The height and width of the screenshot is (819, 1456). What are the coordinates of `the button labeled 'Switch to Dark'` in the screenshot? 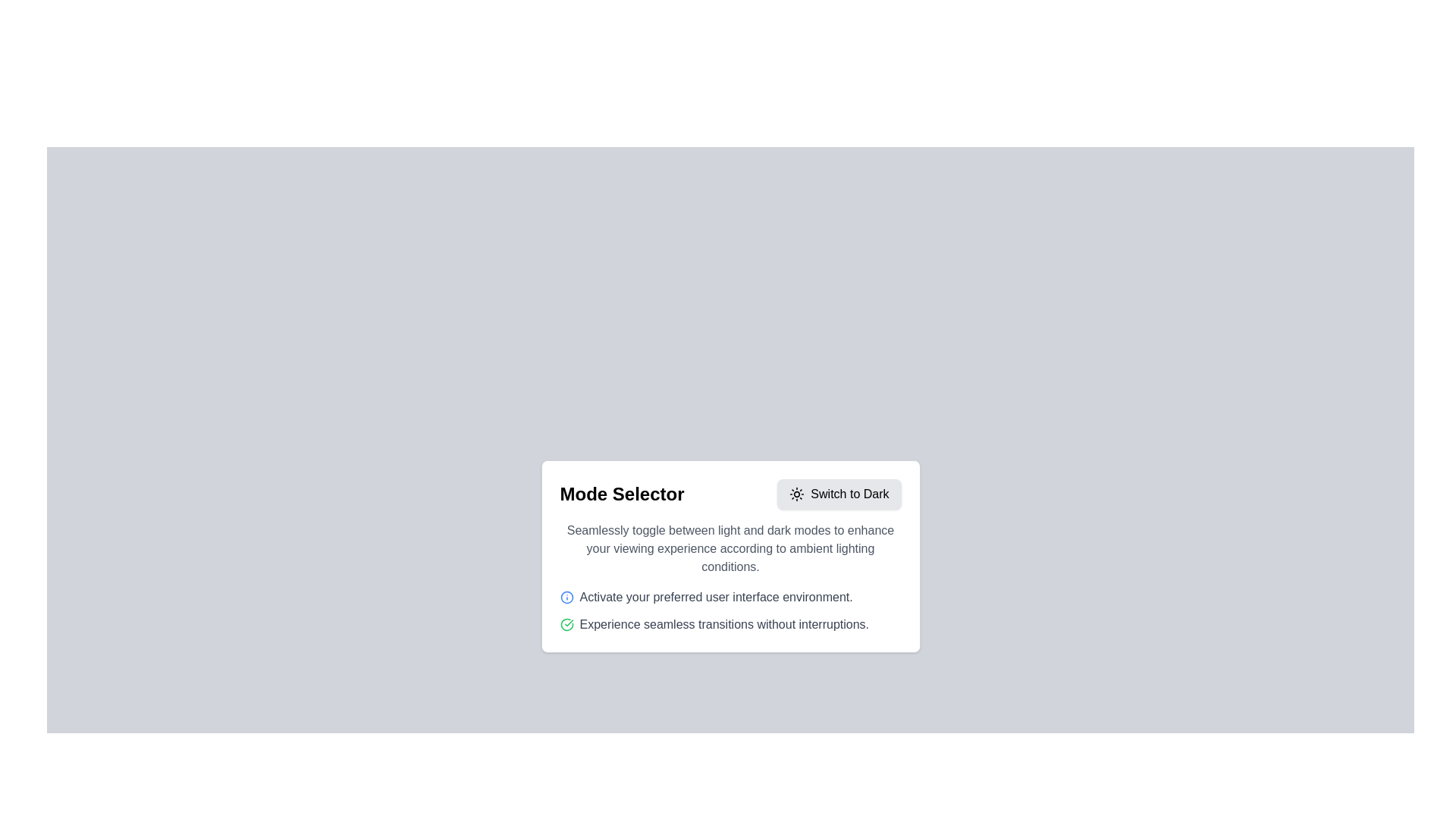 It's located at (796, 494).